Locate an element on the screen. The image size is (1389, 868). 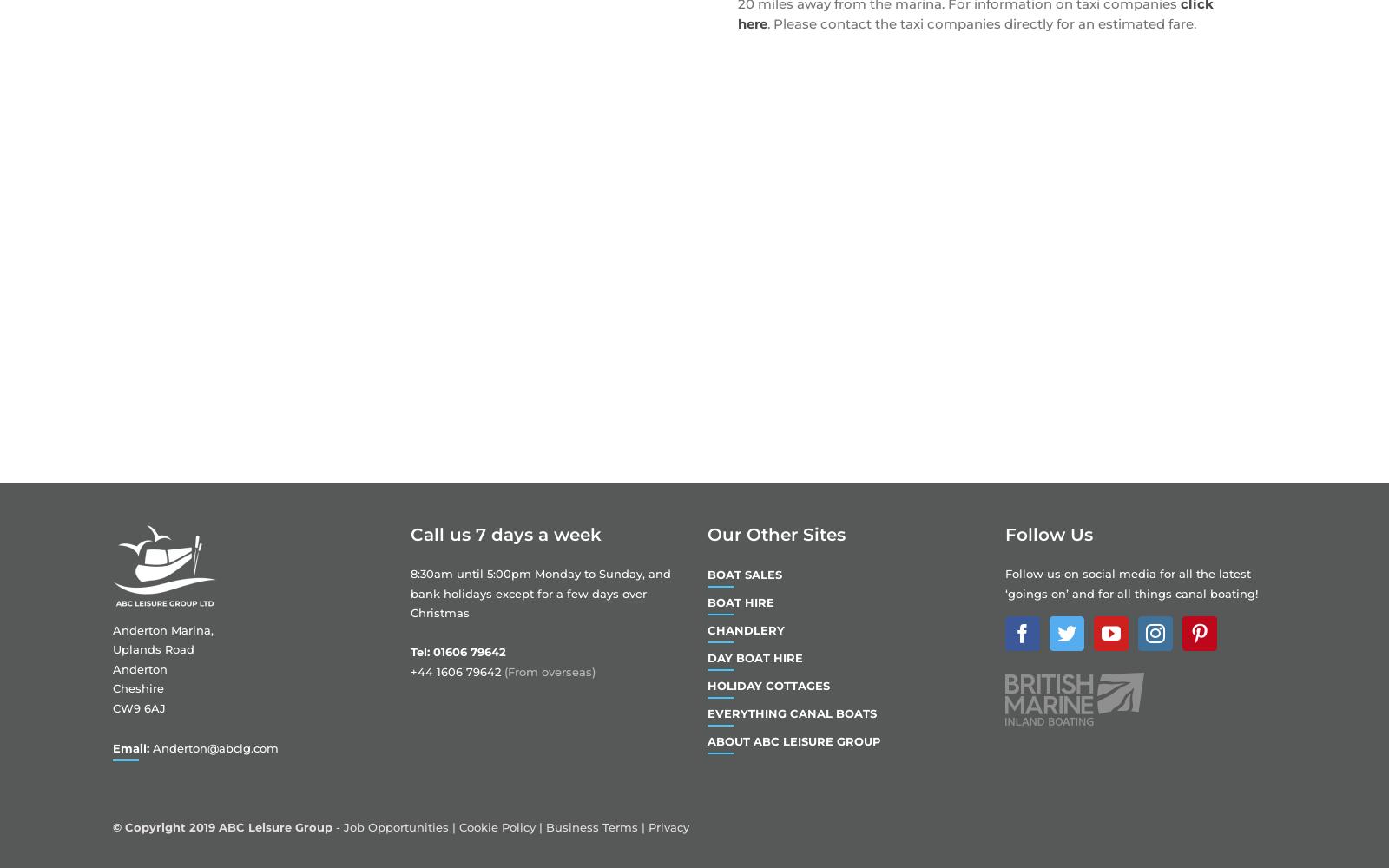
'Cookie Policy' is located at coordinates (496, 826).